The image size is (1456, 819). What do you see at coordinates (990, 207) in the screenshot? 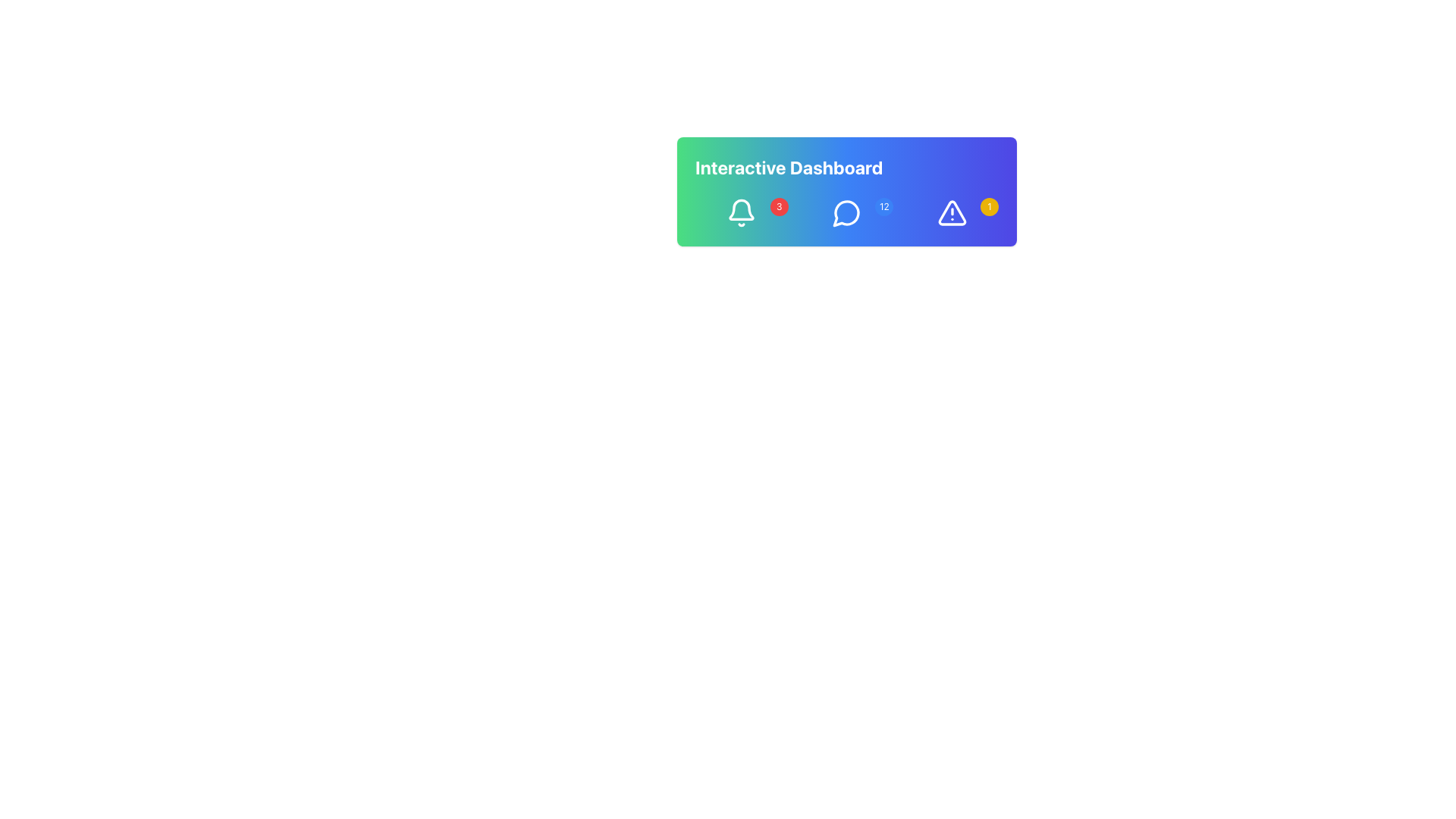
I see `the small circular badge with a yellow background and the number '1' in white font located at the top-right corner of the warning sign icon` at bounding box center [990, 207].